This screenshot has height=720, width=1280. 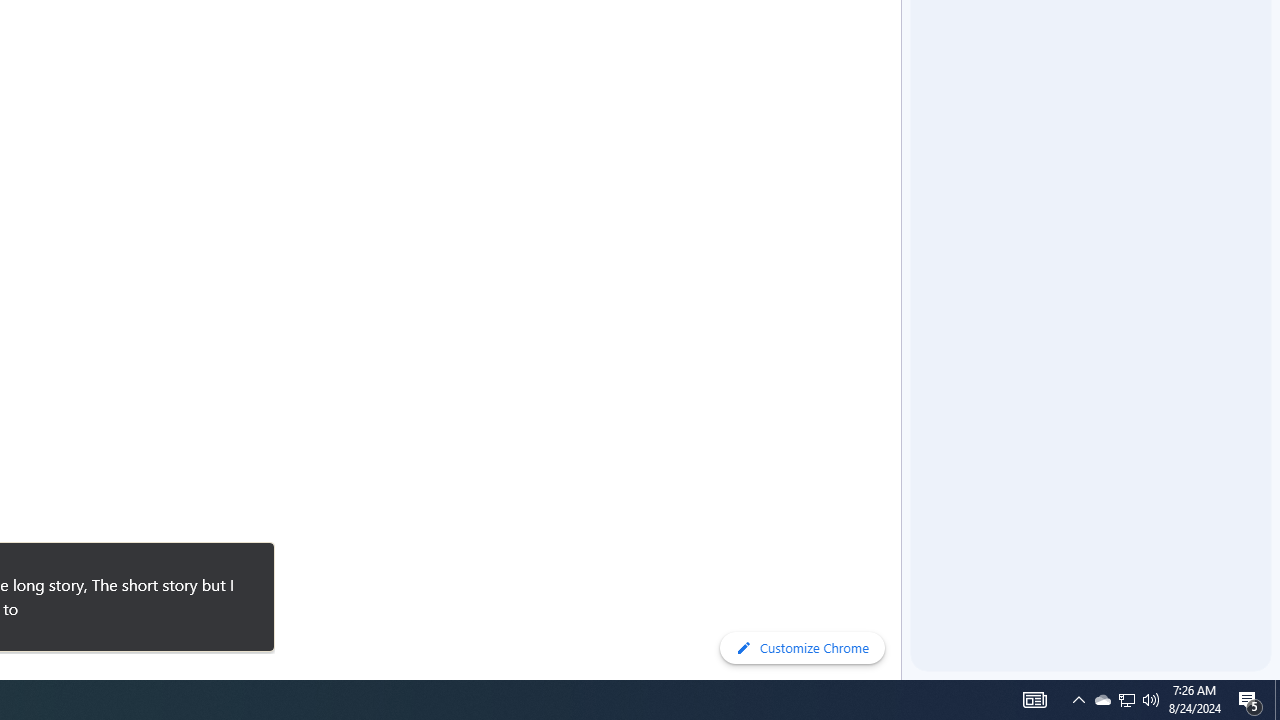 I want to click on 'Side Panel Resize Handle', so click(x=904, y=39).